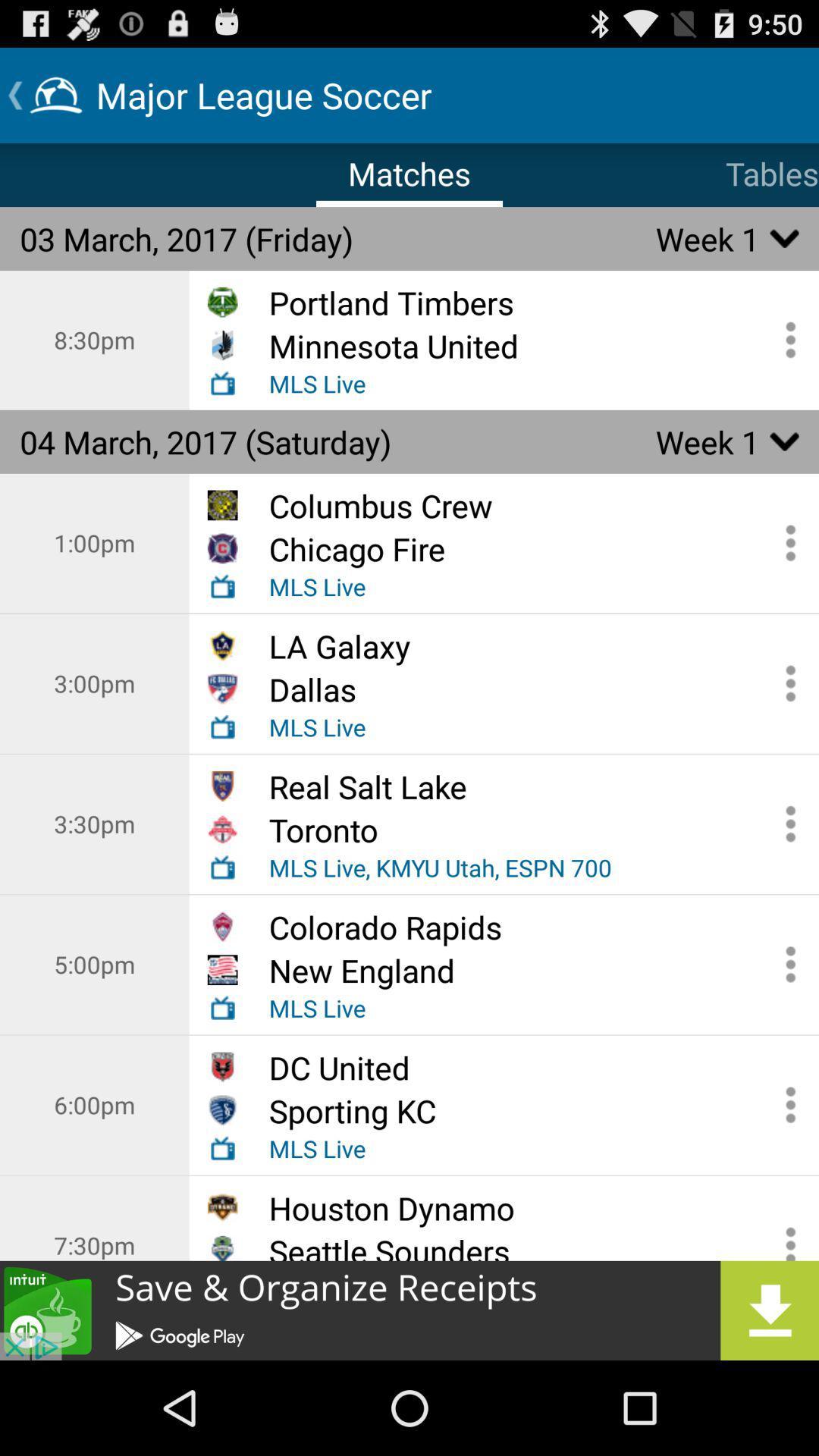  I want to click on the third more button, so click(785, 682).